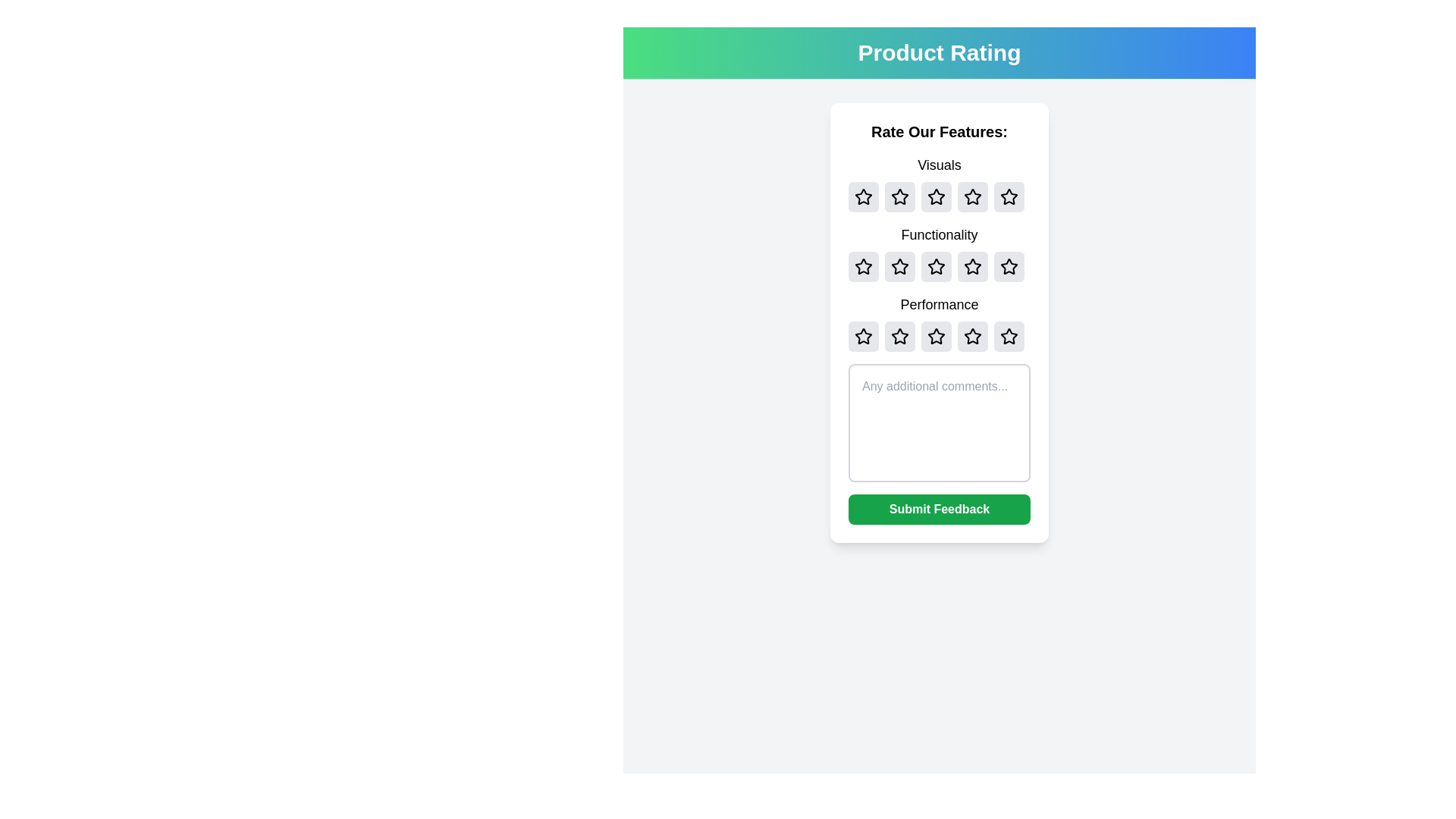  I want to click on the fifth rating star icon in the 'Visuals' rating section of the 'Product Rating' panel to rate it, so click(1008, 195).